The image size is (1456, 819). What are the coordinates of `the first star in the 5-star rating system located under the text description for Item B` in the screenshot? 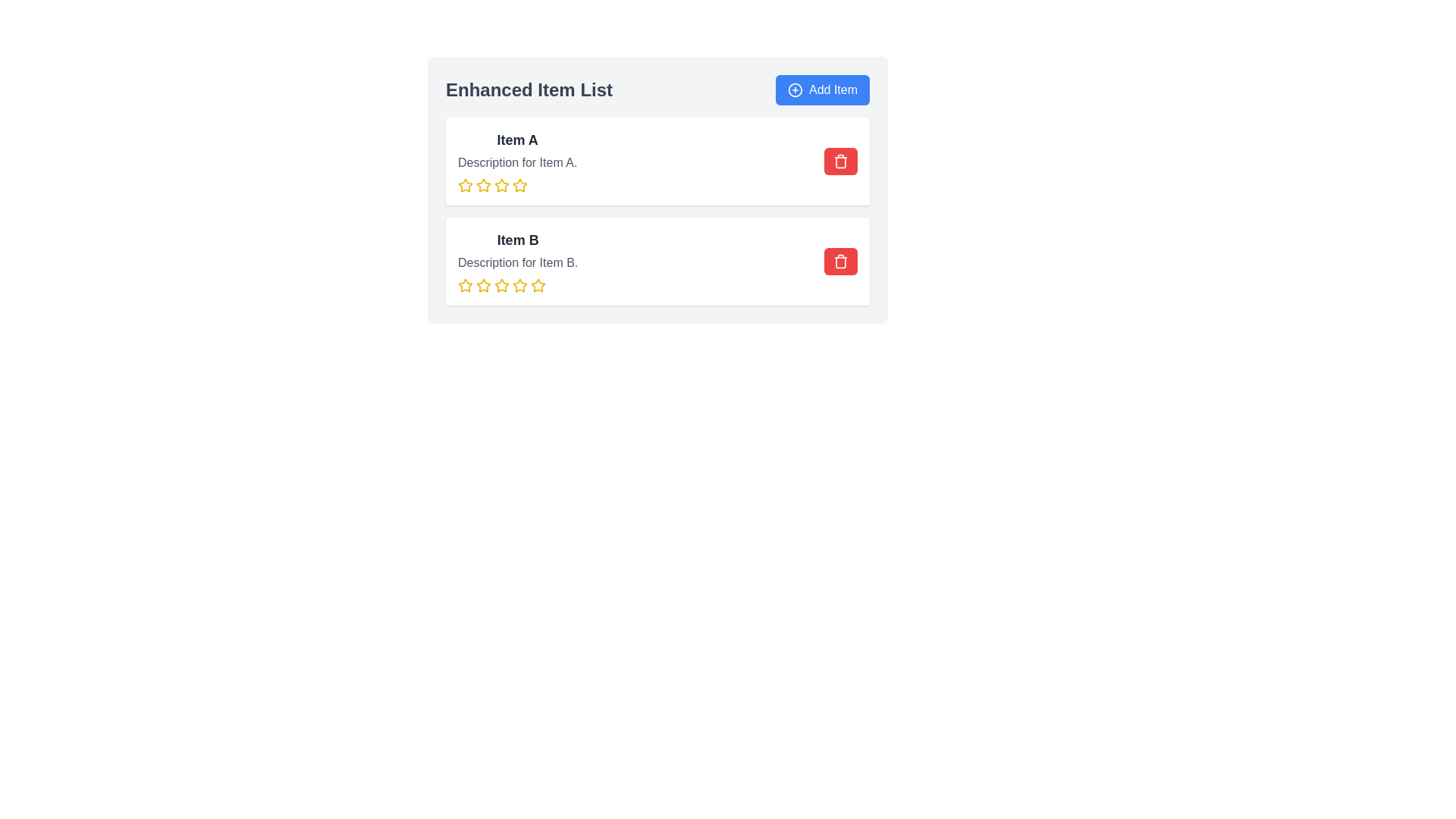 It's located at (465, 285).